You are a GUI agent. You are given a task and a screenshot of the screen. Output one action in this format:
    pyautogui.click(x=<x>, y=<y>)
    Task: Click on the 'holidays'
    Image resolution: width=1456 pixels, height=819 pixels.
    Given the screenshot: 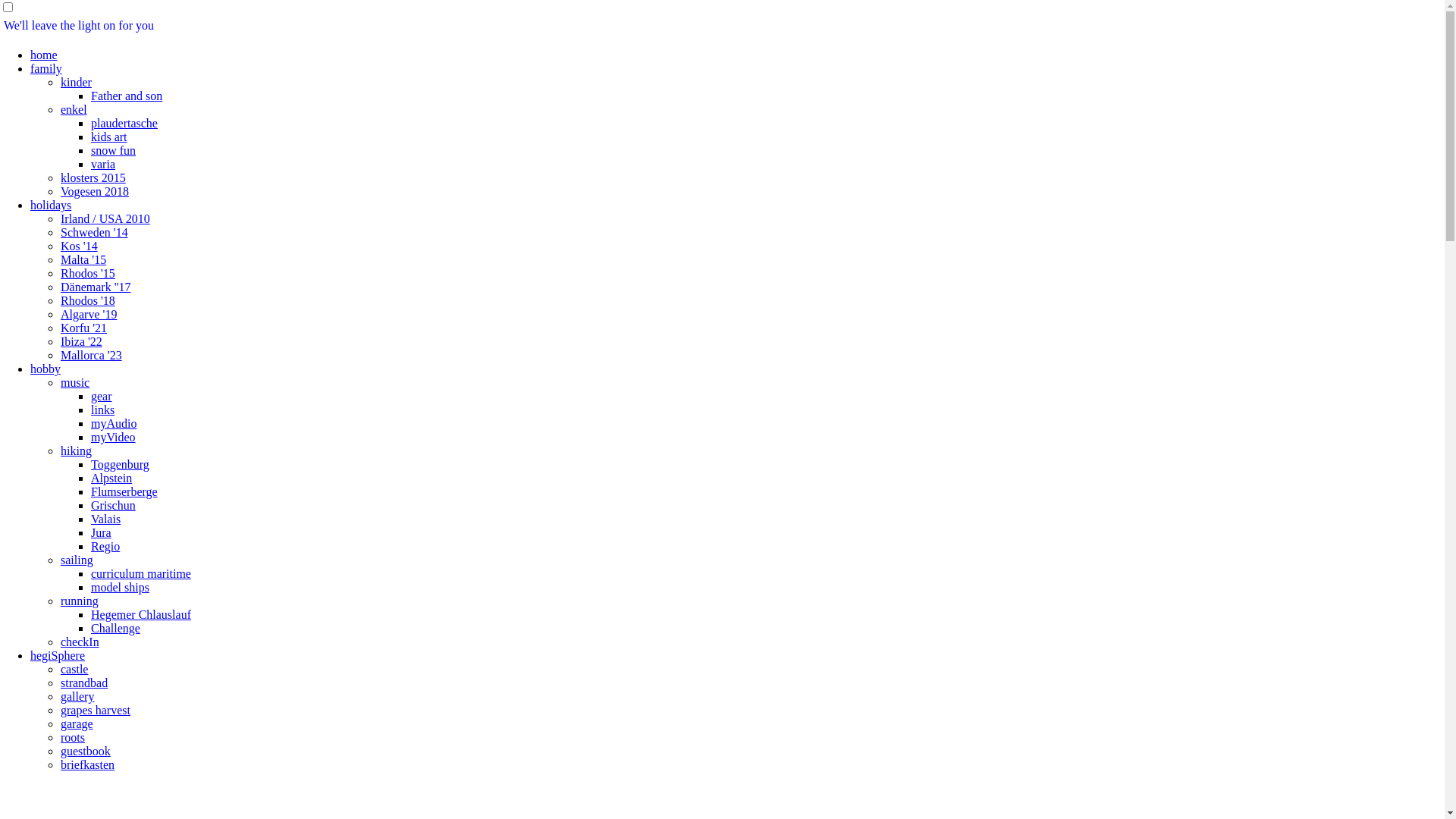 What is the action you would take?
    pyautogui.click(x=51, y=205)
    